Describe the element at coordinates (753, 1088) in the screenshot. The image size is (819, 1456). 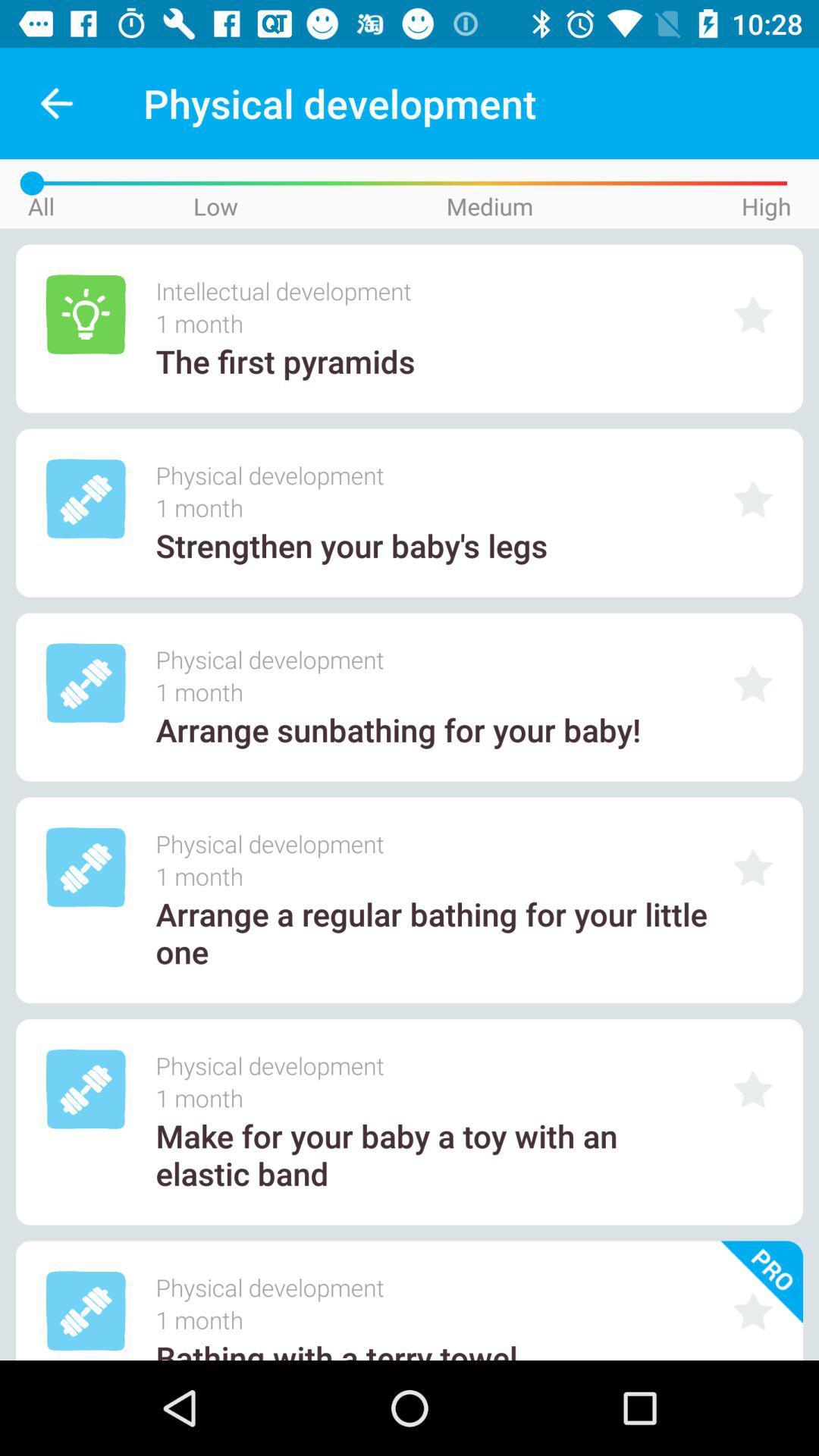
I see `set to high priority` at that location.